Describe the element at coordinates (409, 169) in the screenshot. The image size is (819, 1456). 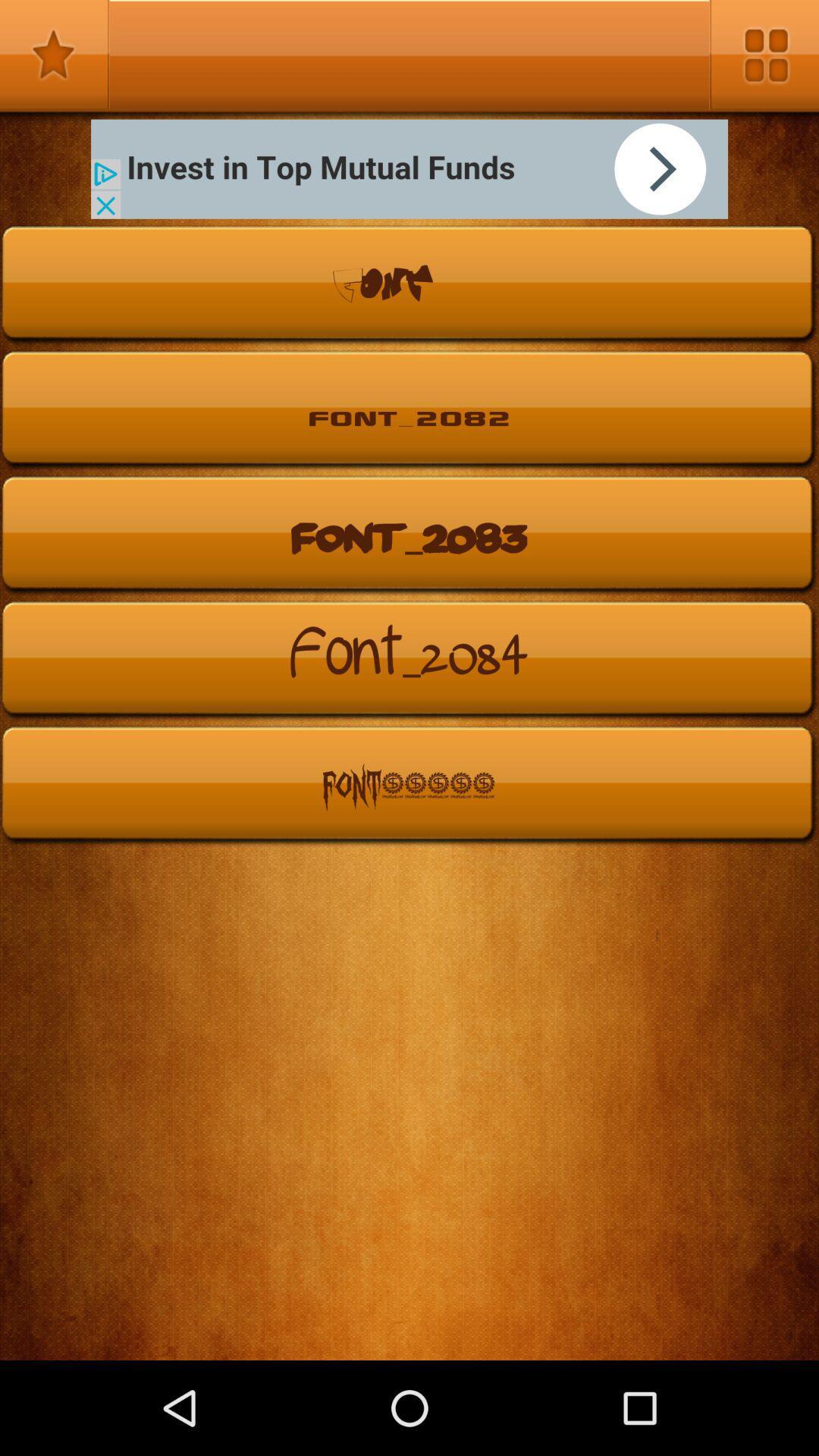
I see `tap advertisement` at that location.